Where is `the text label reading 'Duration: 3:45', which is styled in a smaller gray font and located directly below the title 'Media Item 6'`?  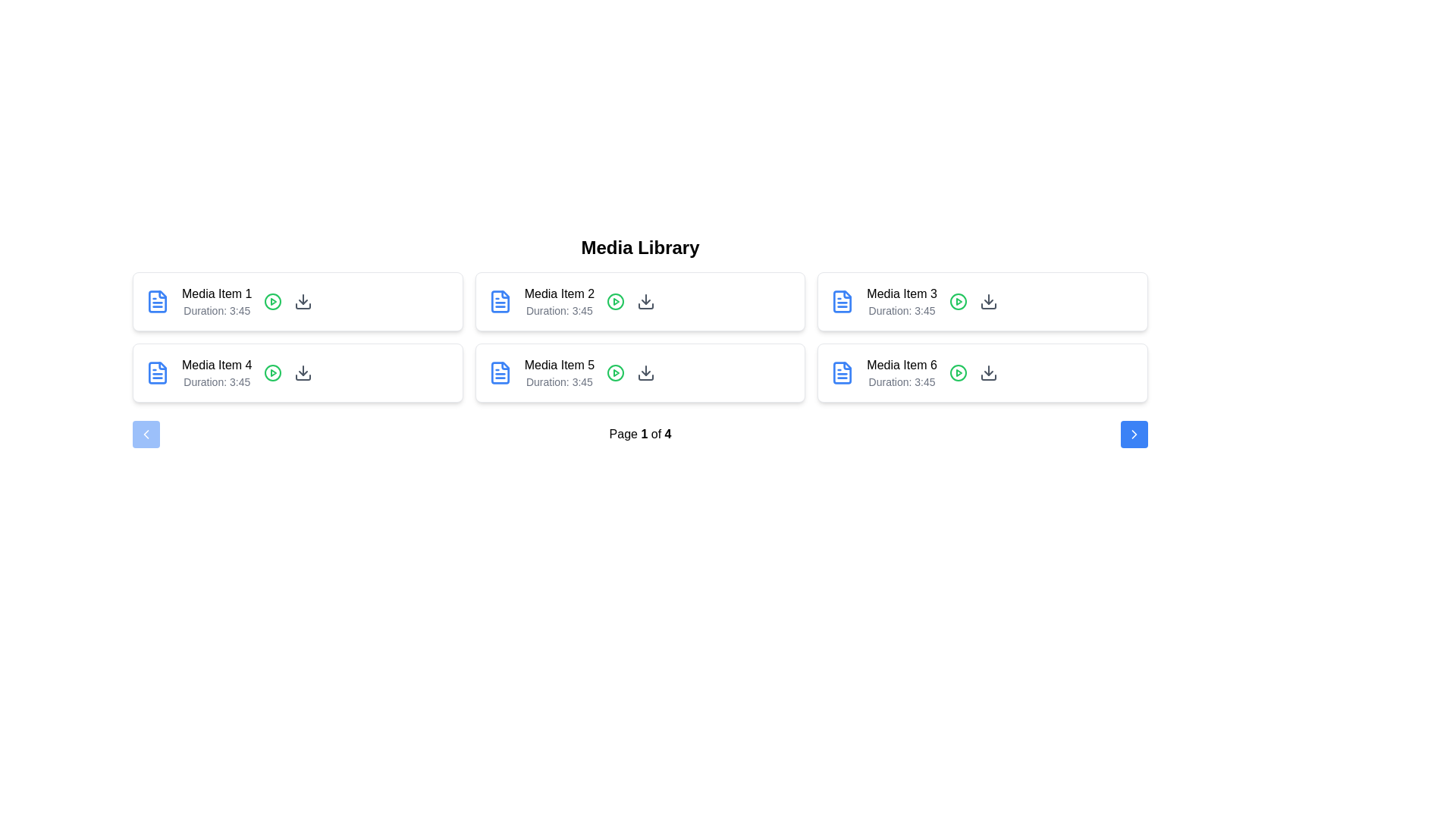 the text label reading 'Duration: 3:45', which is styled in a smaller gray font and located directly below the title 'Media Item 6' is located at coordinates (902, 381).